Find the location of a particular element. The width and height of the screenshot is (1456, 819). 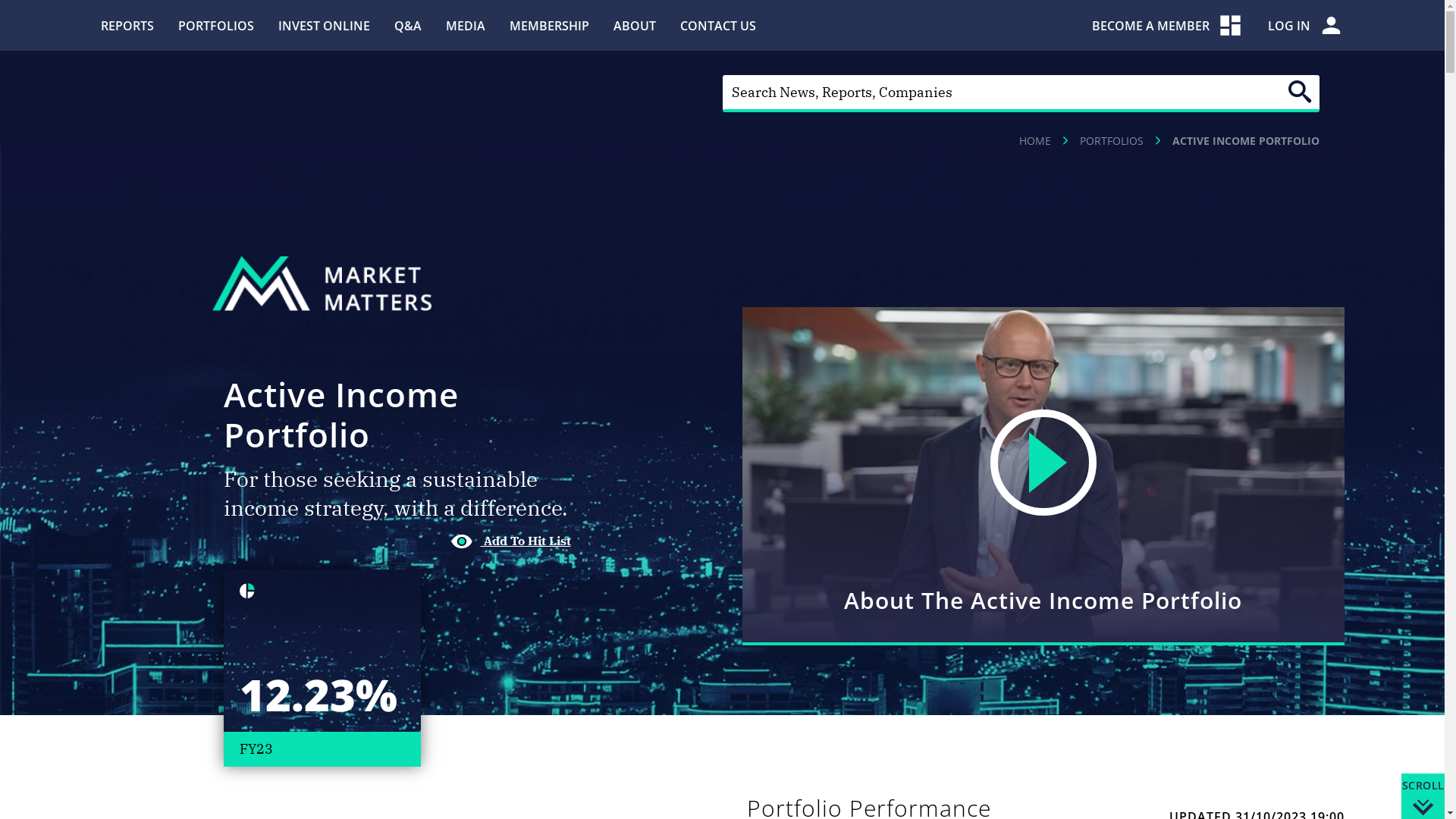

'Add To Hit List' is located at coordinates (450, 540).